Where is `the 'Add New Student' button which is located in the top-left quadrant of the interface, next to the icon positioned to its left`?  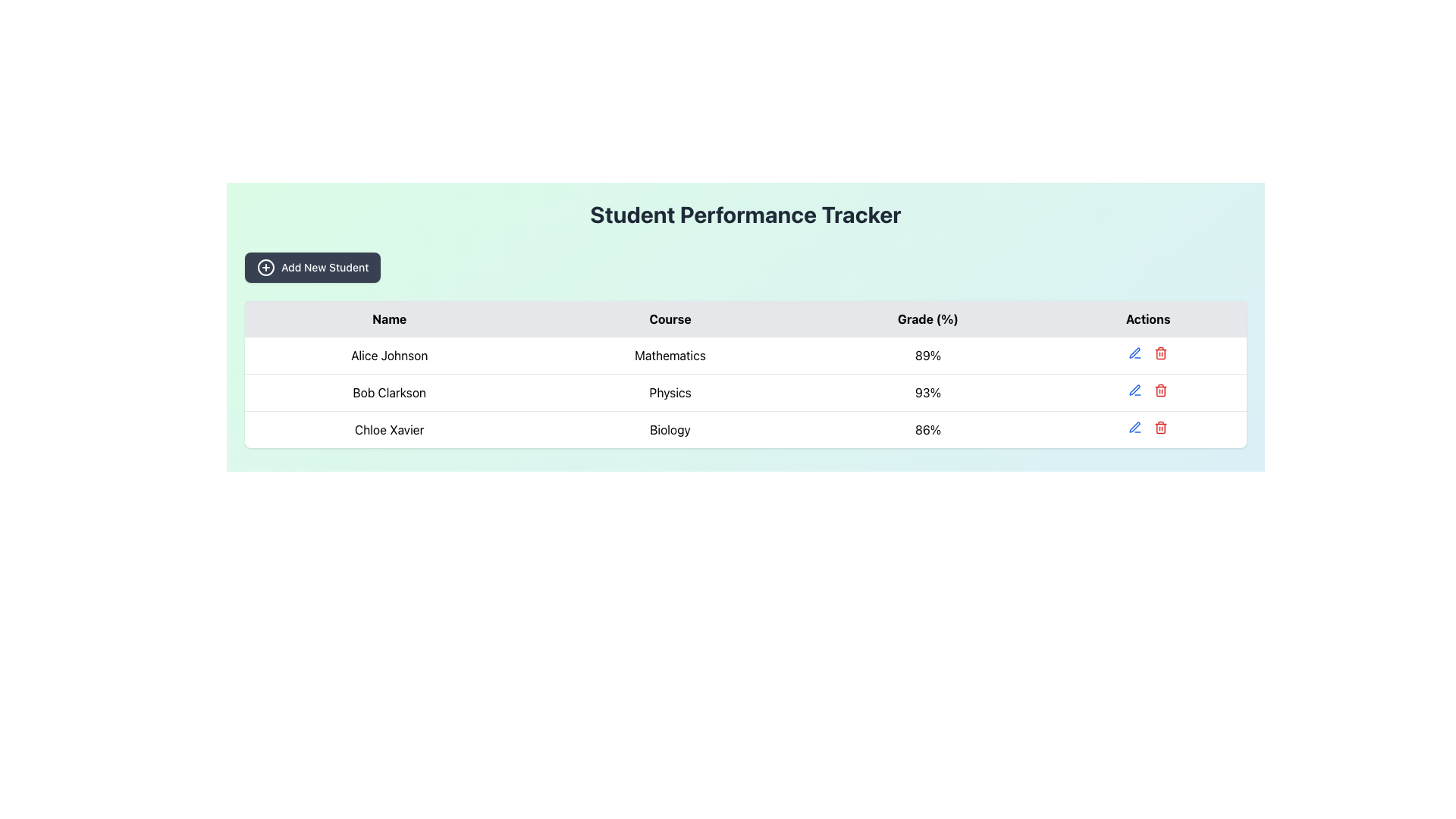 the 'Add New Student' button which is located in the top-left quadrant of the interface, next to the icon positioned to its left is located at coordinates (265, 267).